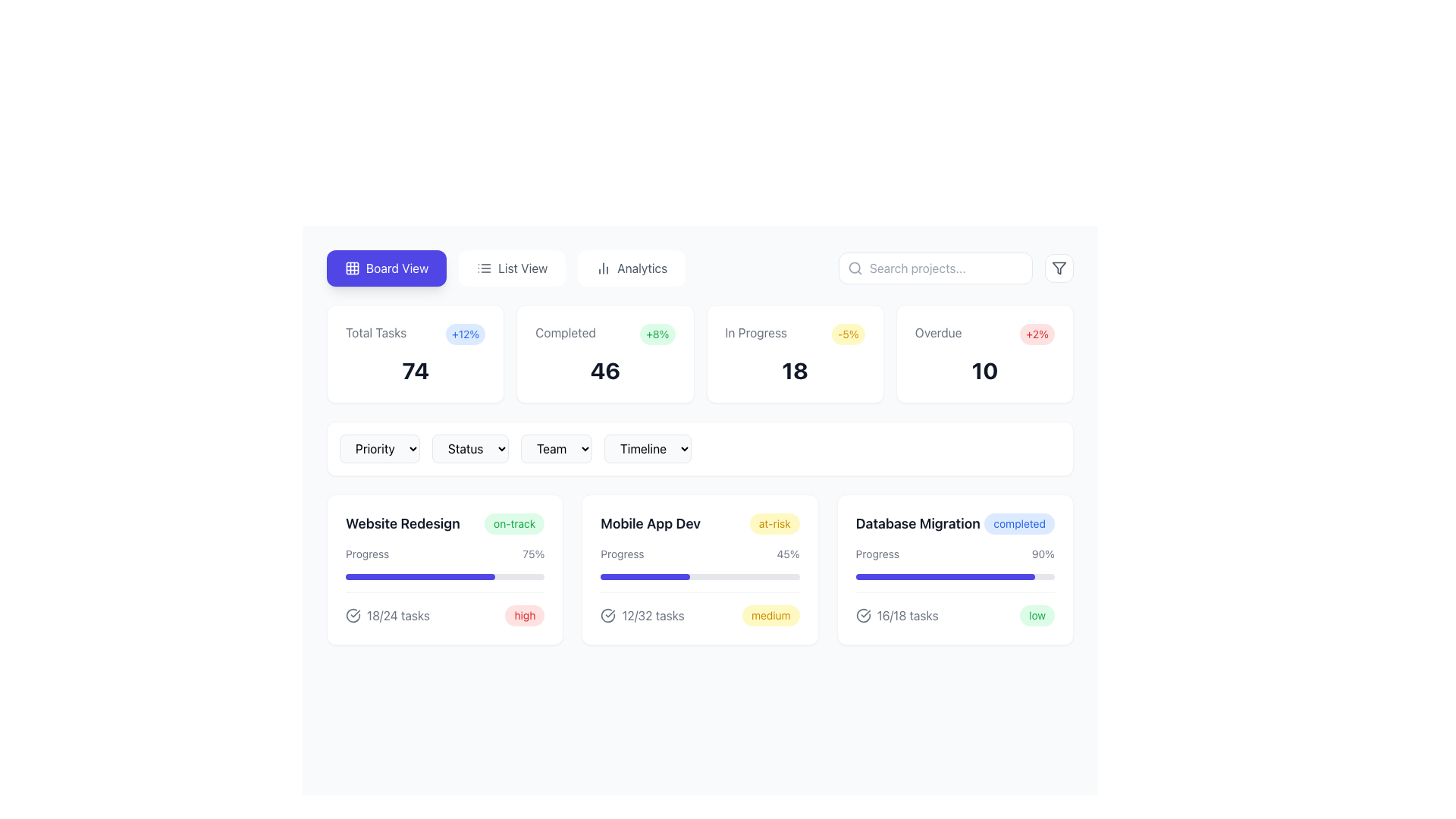 Image resolution: width=1456 pixels, height=819 pixels. Describe the element at coordinates (1019, 522) in the screenshot. I see `the status indicator badge that marks the 'Database Migration' task as completed, located to the right of the 'Database Migration' text in the last column of the project cards section` at that location.